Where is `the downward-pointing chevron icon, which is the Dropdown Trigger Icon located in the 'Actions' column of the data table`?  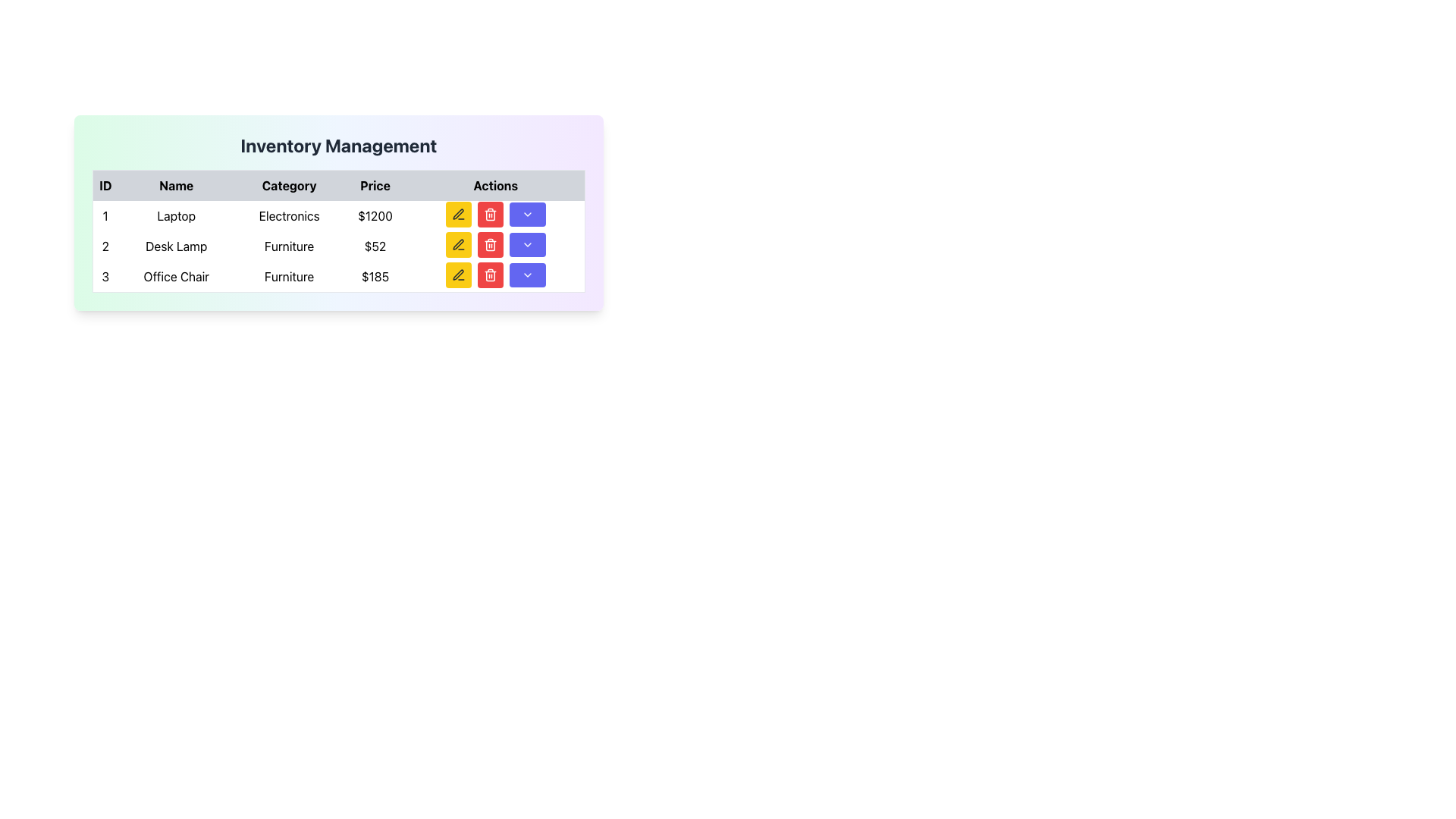
the downward-pointing chevron icon, which is the Dropdown Trigger Icon located in the 'Actions' column of the data table is located at coordinates (527, 214).